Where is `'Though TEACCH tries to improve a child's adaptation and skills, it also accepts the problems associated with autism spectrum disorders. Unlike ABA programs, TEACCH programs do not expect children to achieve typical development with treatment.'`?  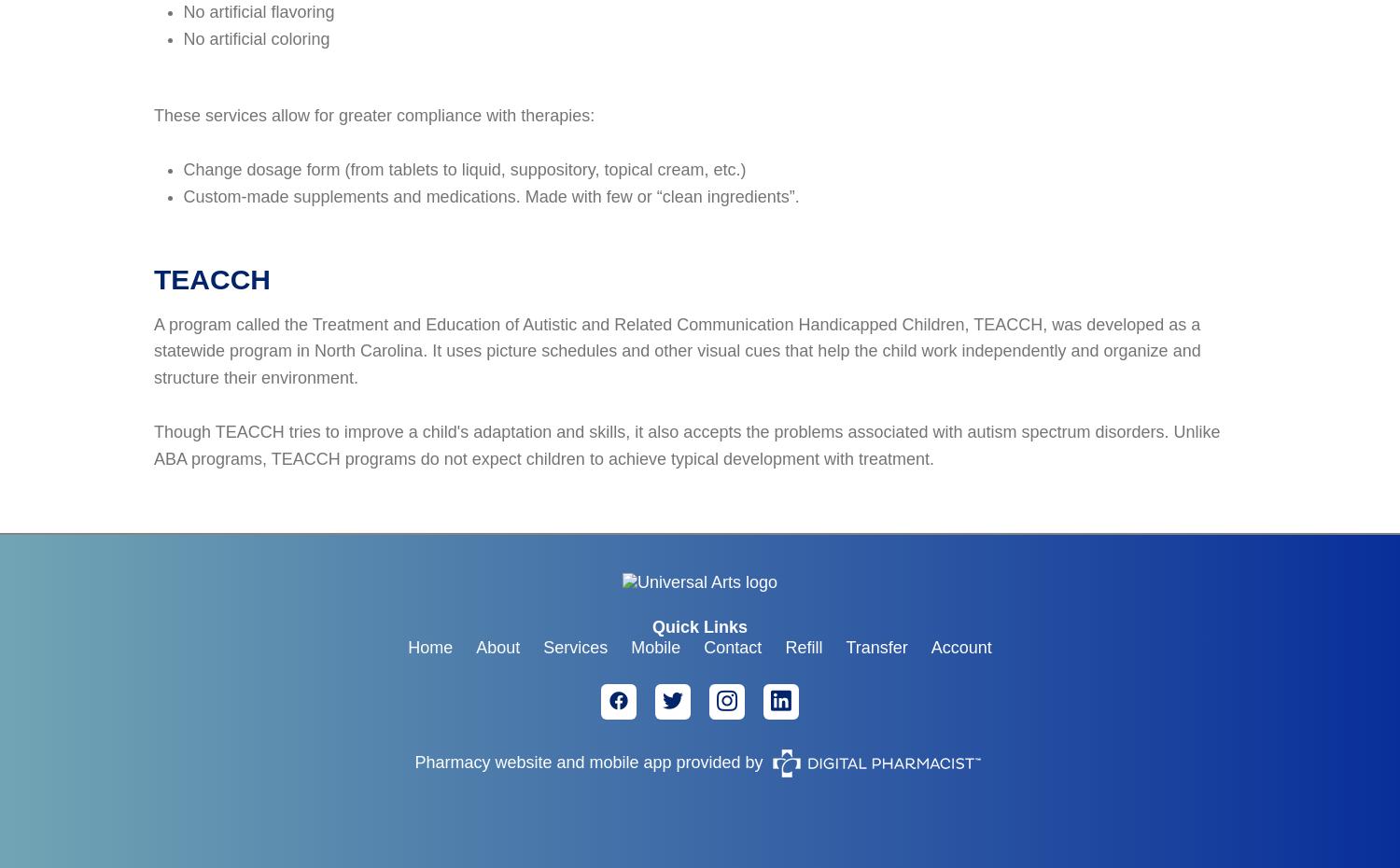
'Though TEACCH tries to improve a child's adaptation and skills, it also accepts the problems associated with autism spectrum disorders. Unlike ABA programs, TEACCH programs do not expect children to achieve typical development with treatment.' is located at coordinates (686, 443).